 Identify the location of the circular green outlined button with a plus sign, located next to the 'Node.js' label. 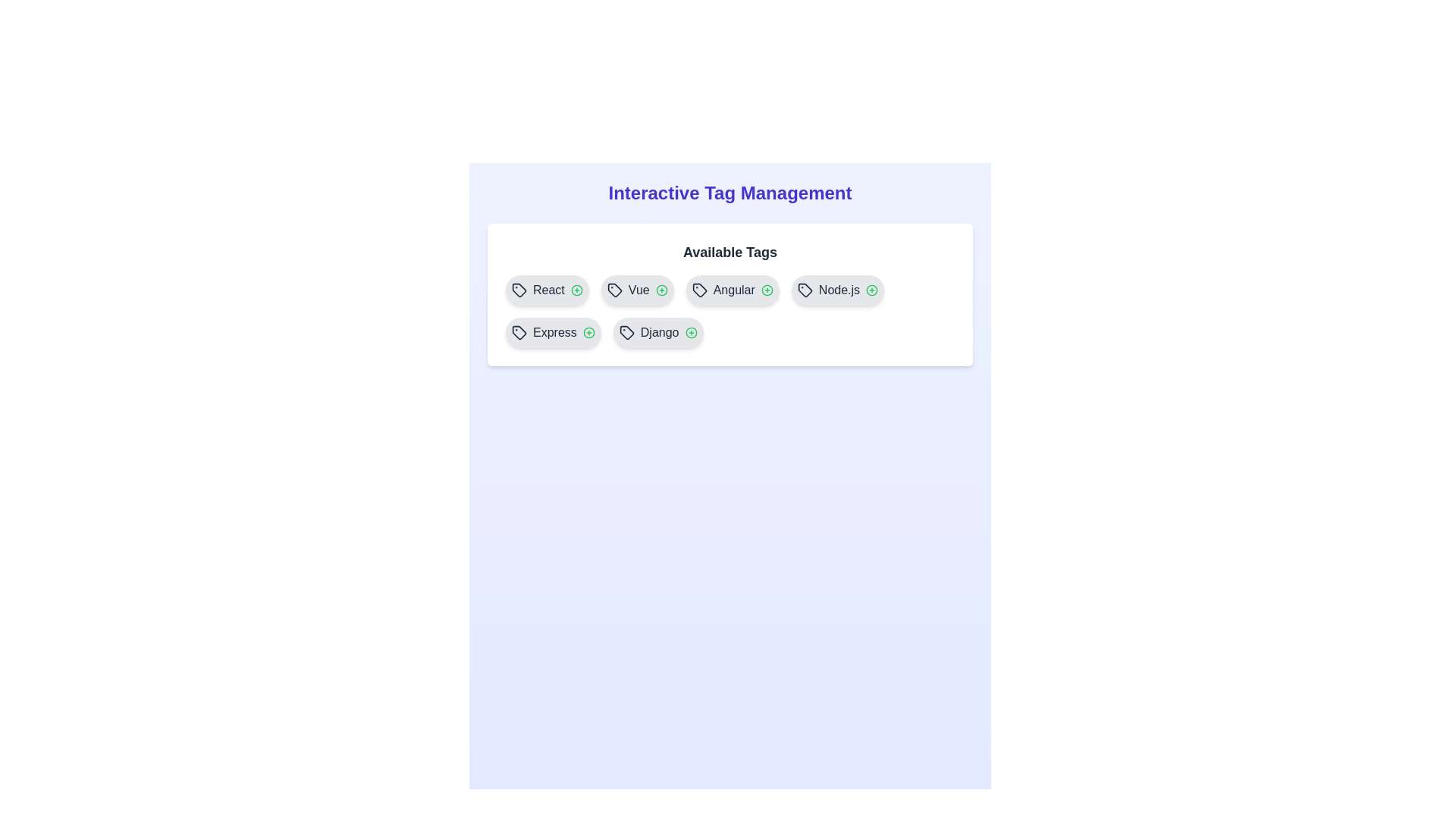
(872, 290).